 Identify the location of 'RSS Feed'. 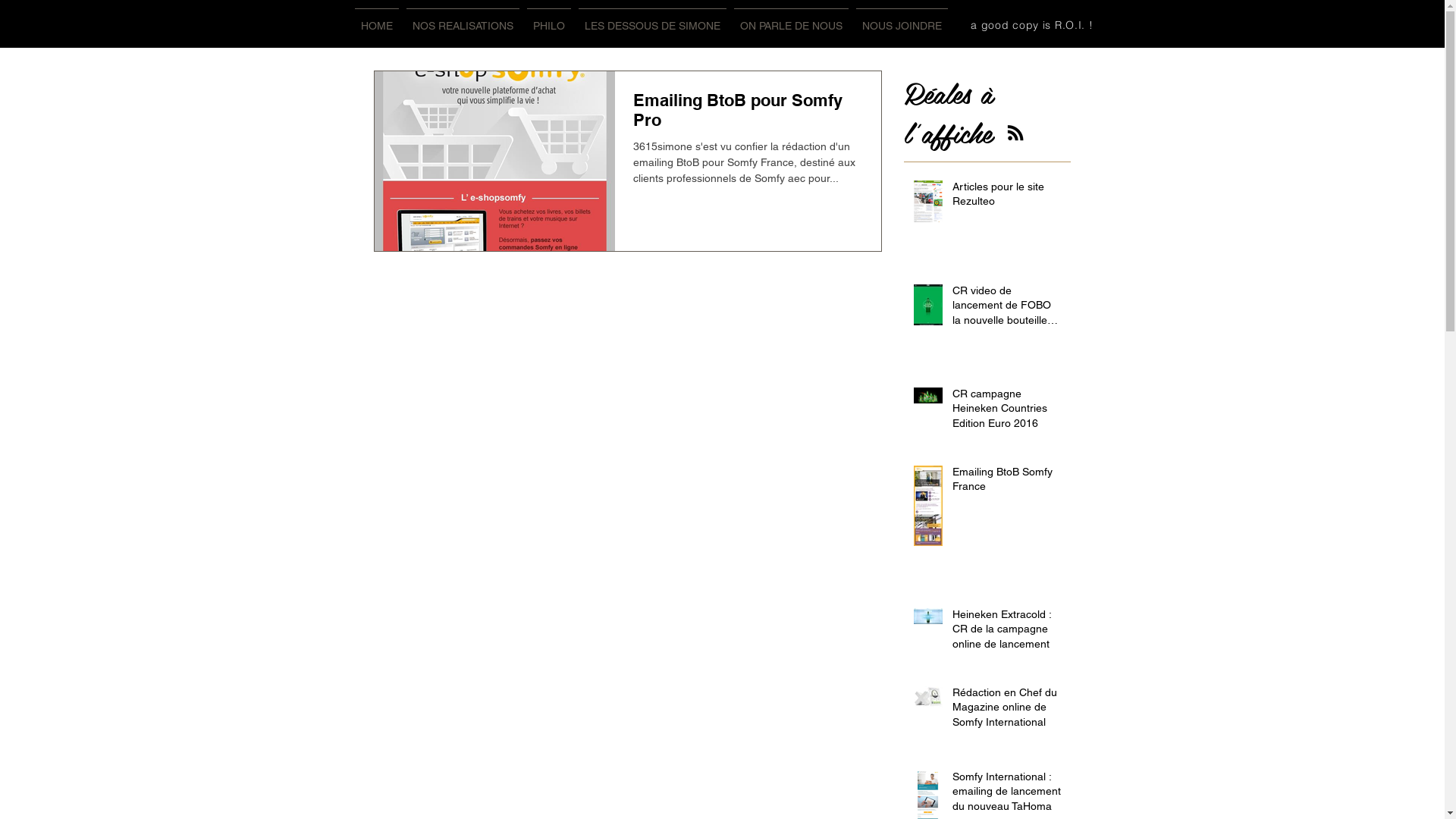
(1015, 131).